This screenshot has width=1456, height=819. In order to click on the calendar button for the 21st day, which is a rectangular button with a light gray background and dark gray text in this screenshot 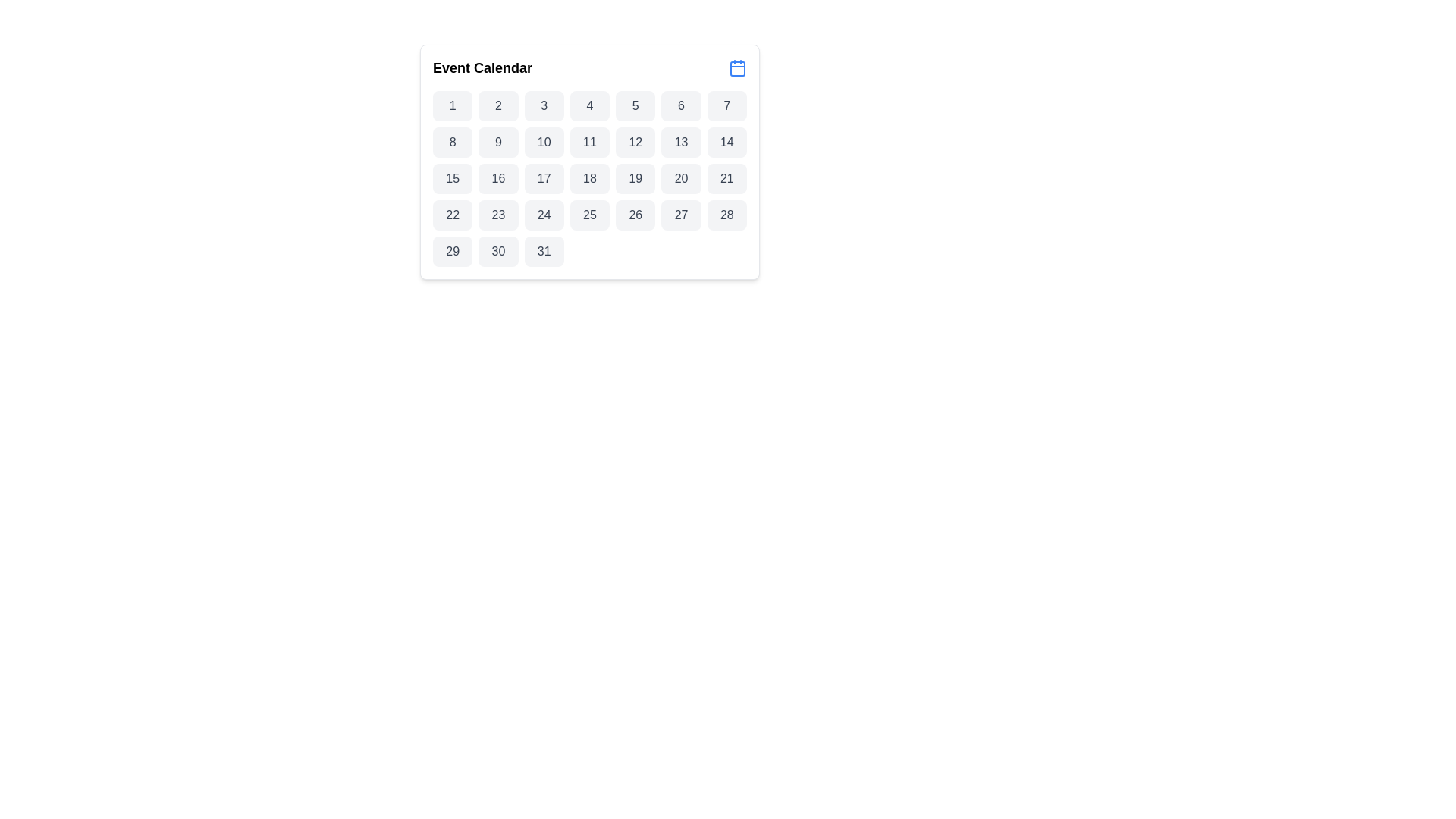, I will do `click(726, 177)`.